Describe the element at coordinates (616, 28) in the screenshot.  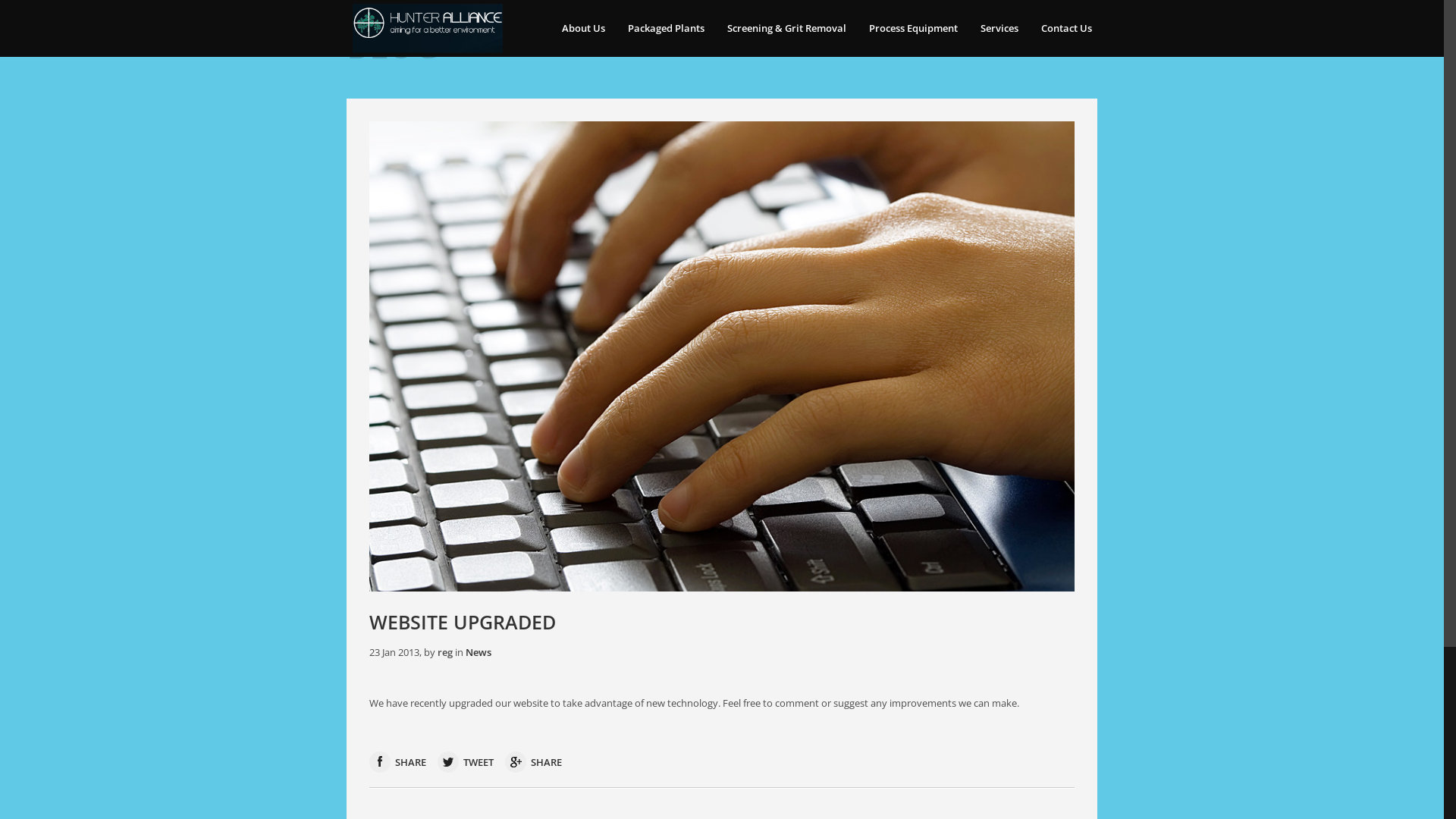
I see `'Packaged Plants'` at that location.